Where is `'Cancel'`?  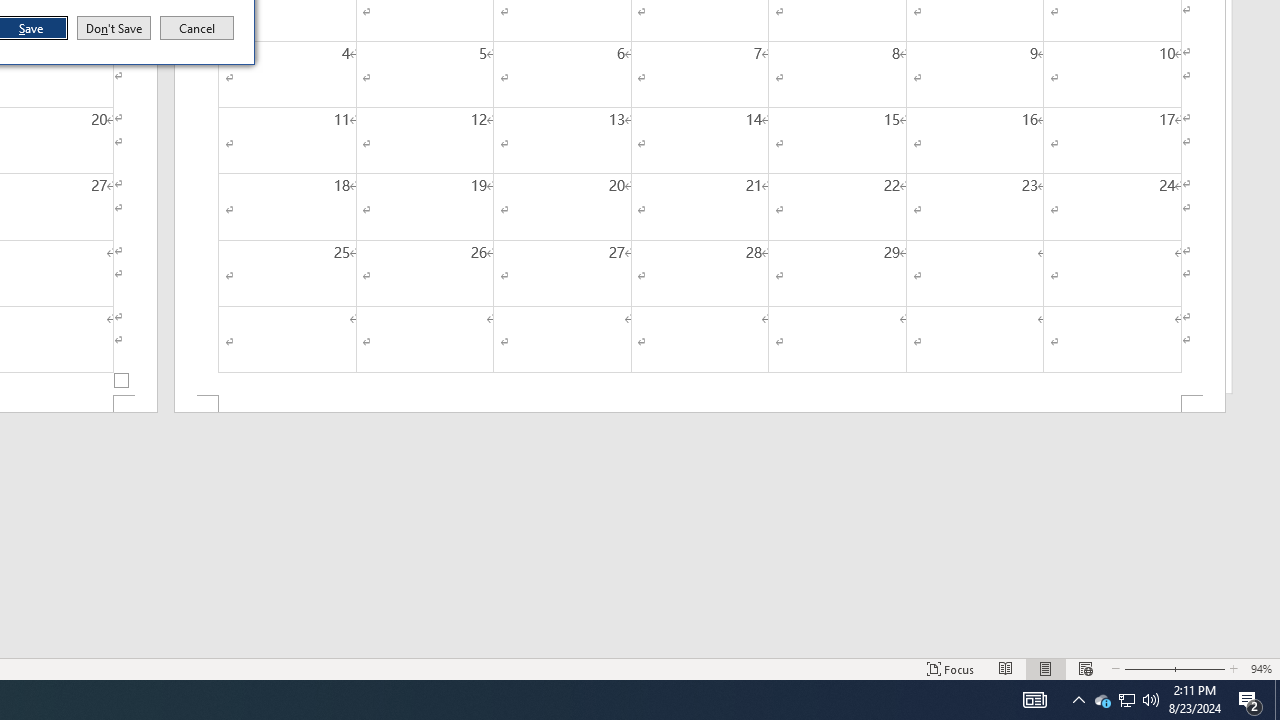
'Cancel' is located at coordinates (197, 28).